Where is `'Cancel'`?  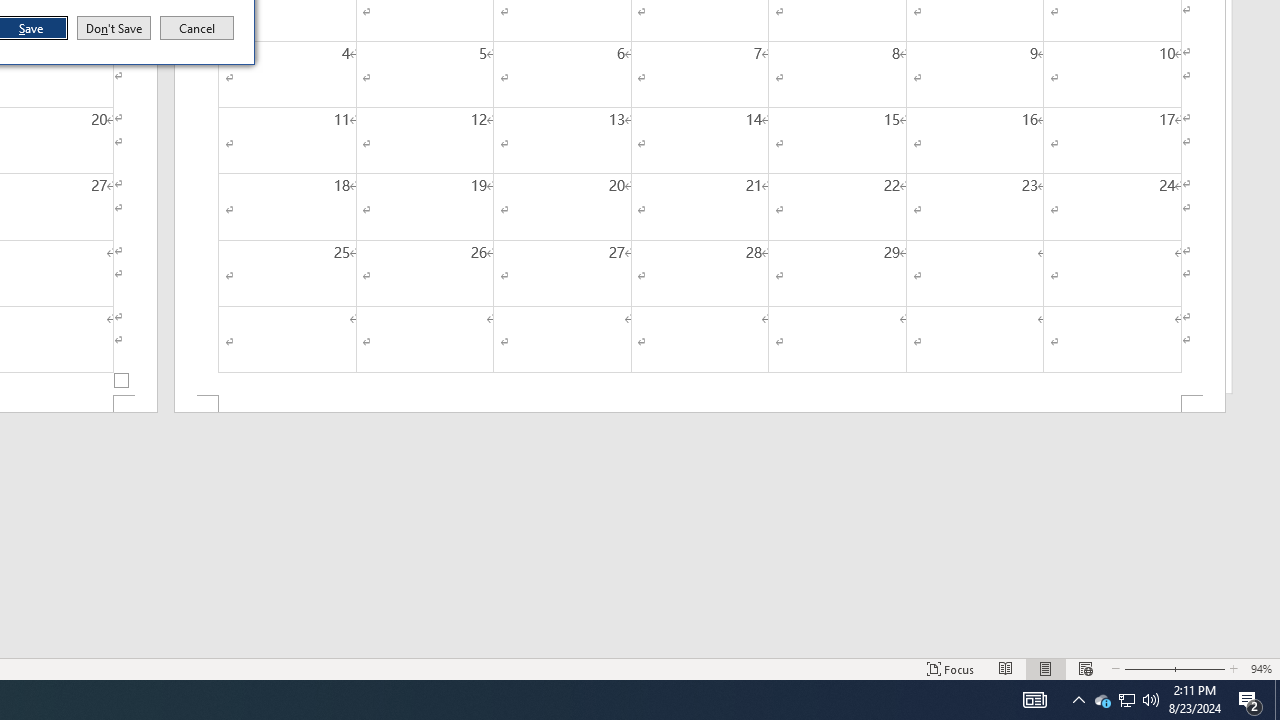
'Cancel' is located at coordinates (197, 28).